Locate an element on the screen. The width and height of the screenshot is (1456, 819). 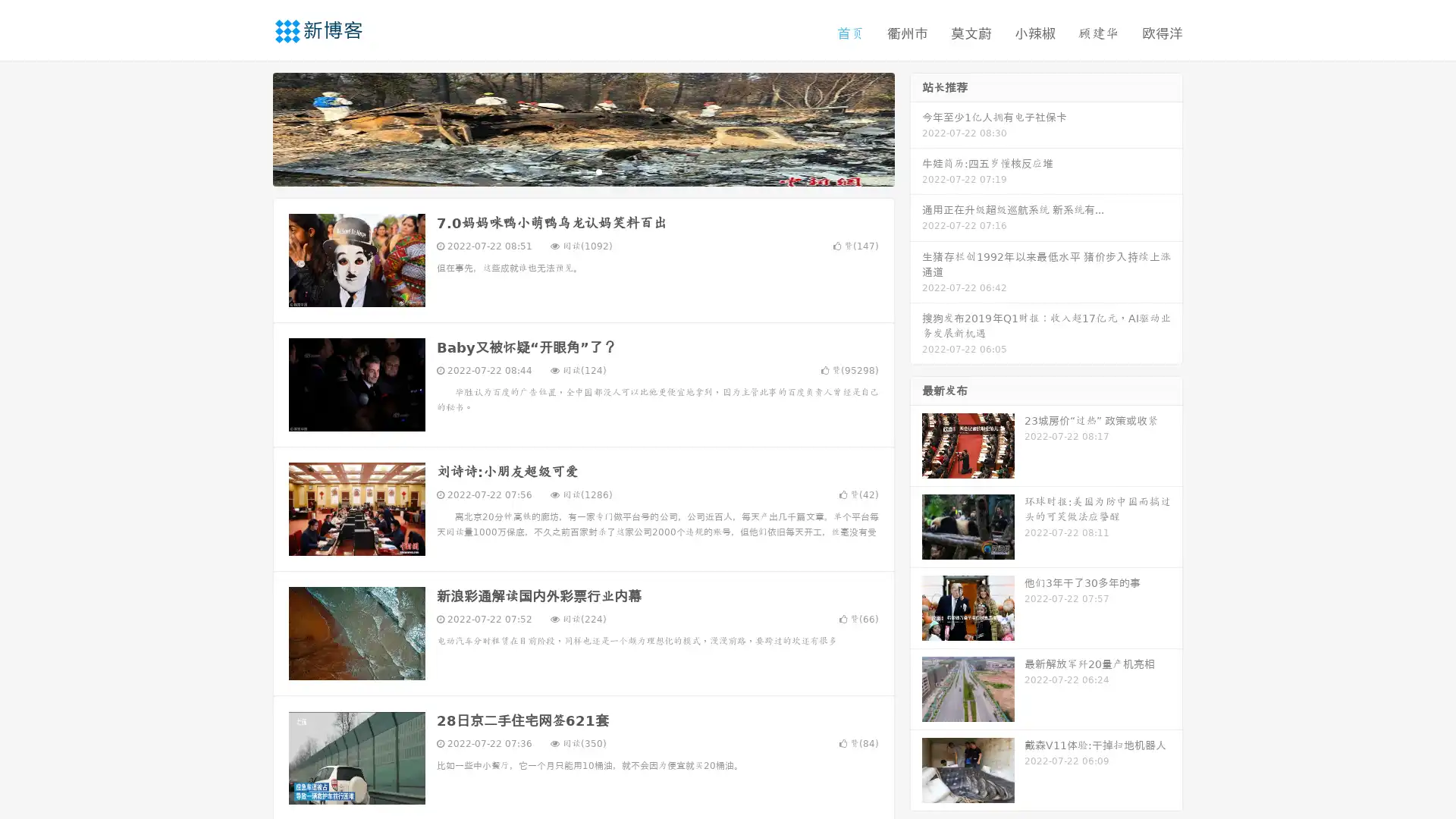
Go to slide 1 is located at coordinates (567, 171).